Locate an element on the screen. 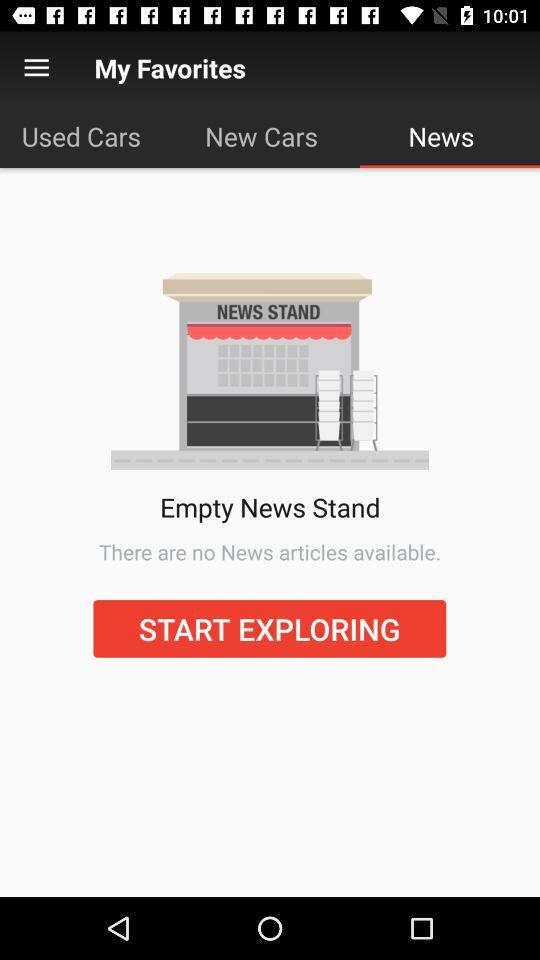 The image size is (540, 960). item next to my favorites icon is located at coordinates (36, 68).